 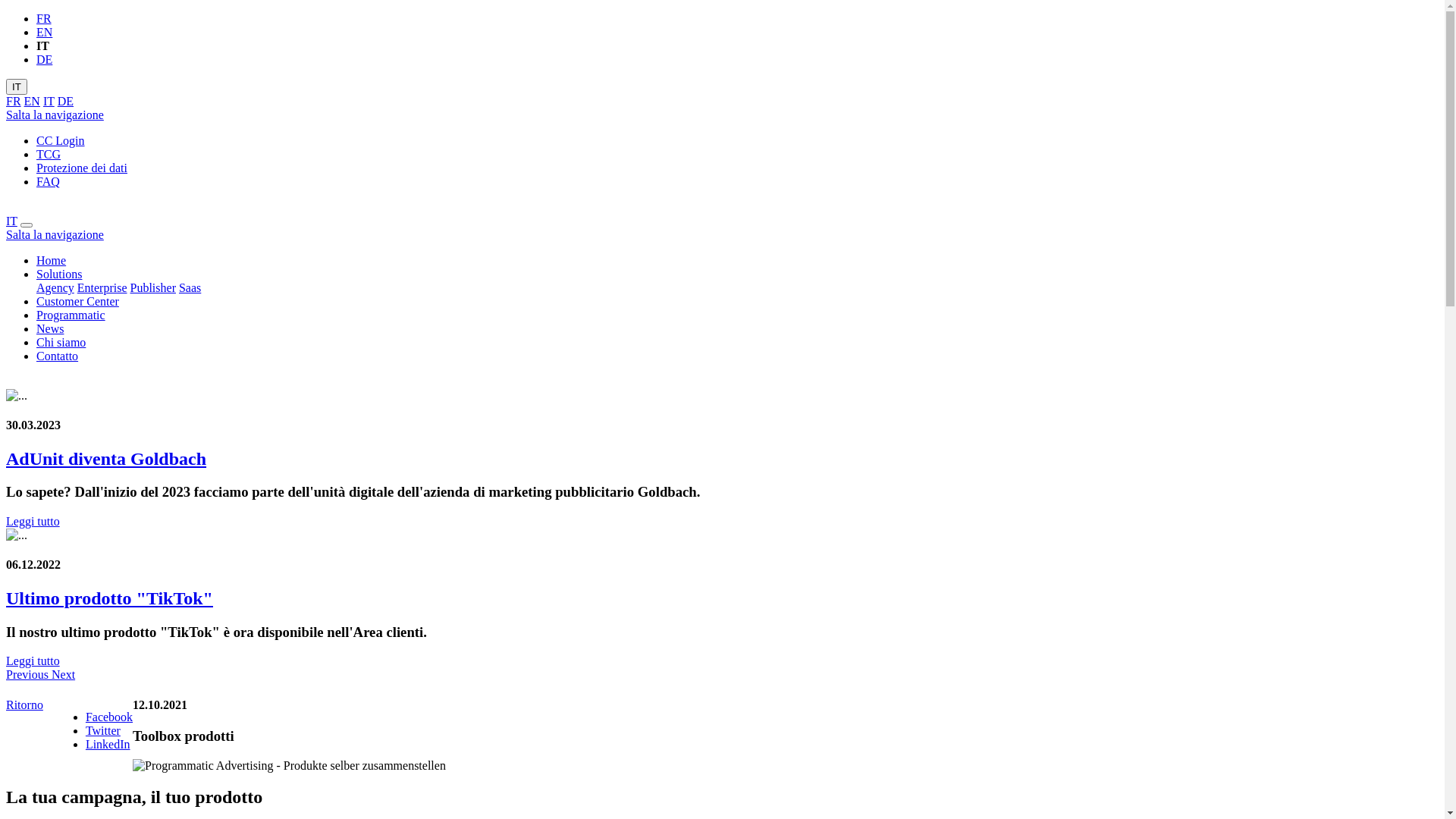 I want to click on 'Customer Center', so click(x=77, y=301).